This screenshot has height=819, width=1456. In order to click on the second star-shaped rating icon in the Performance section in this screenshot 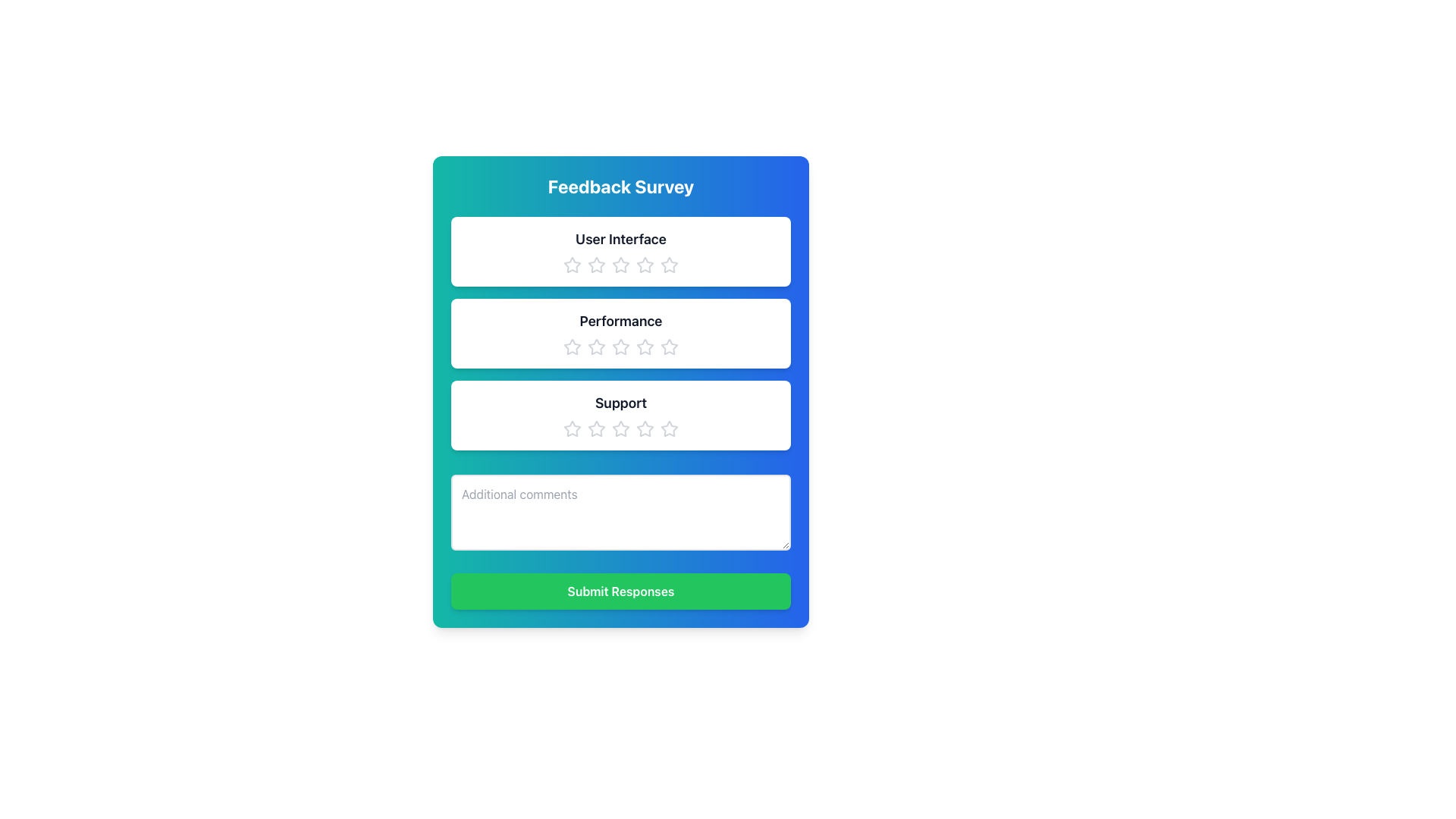, I will do `click(596, 347)`.